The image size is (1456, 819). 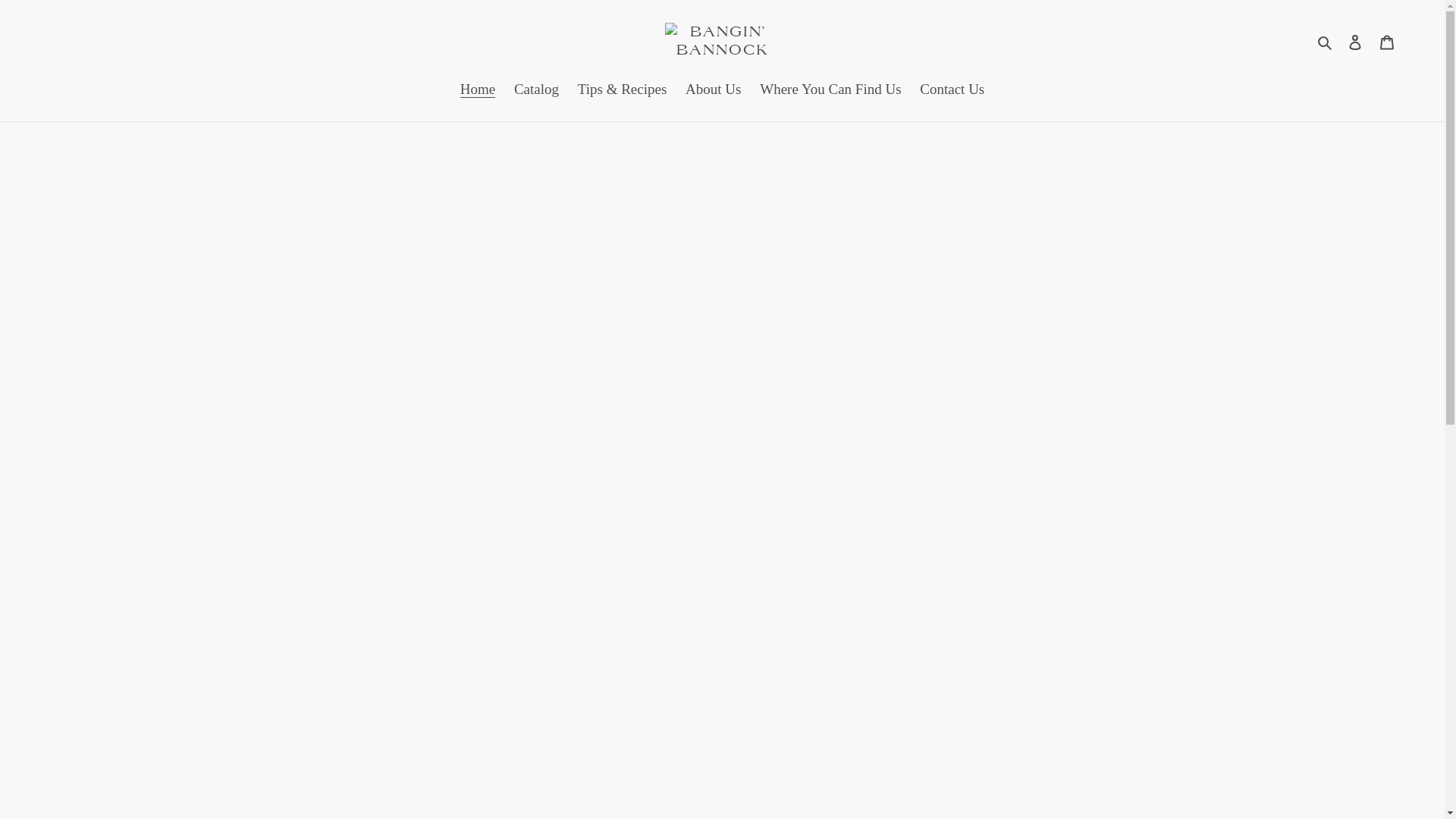 What do you see at coordinates (1325, 40) in the screenshot?
I see `'Search'` at bounding box center [1325, 40].